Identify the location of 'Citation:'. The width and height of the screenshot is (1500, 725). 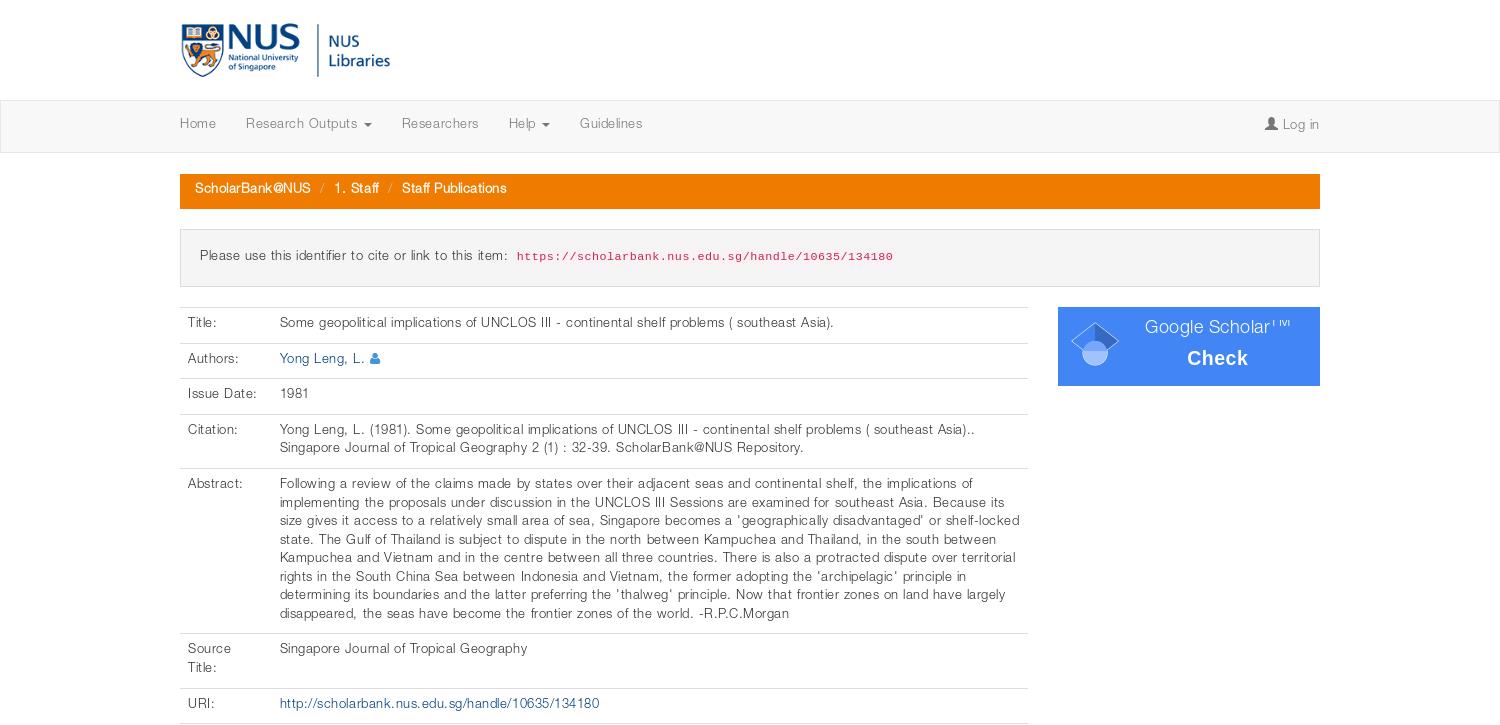
(214, 429).